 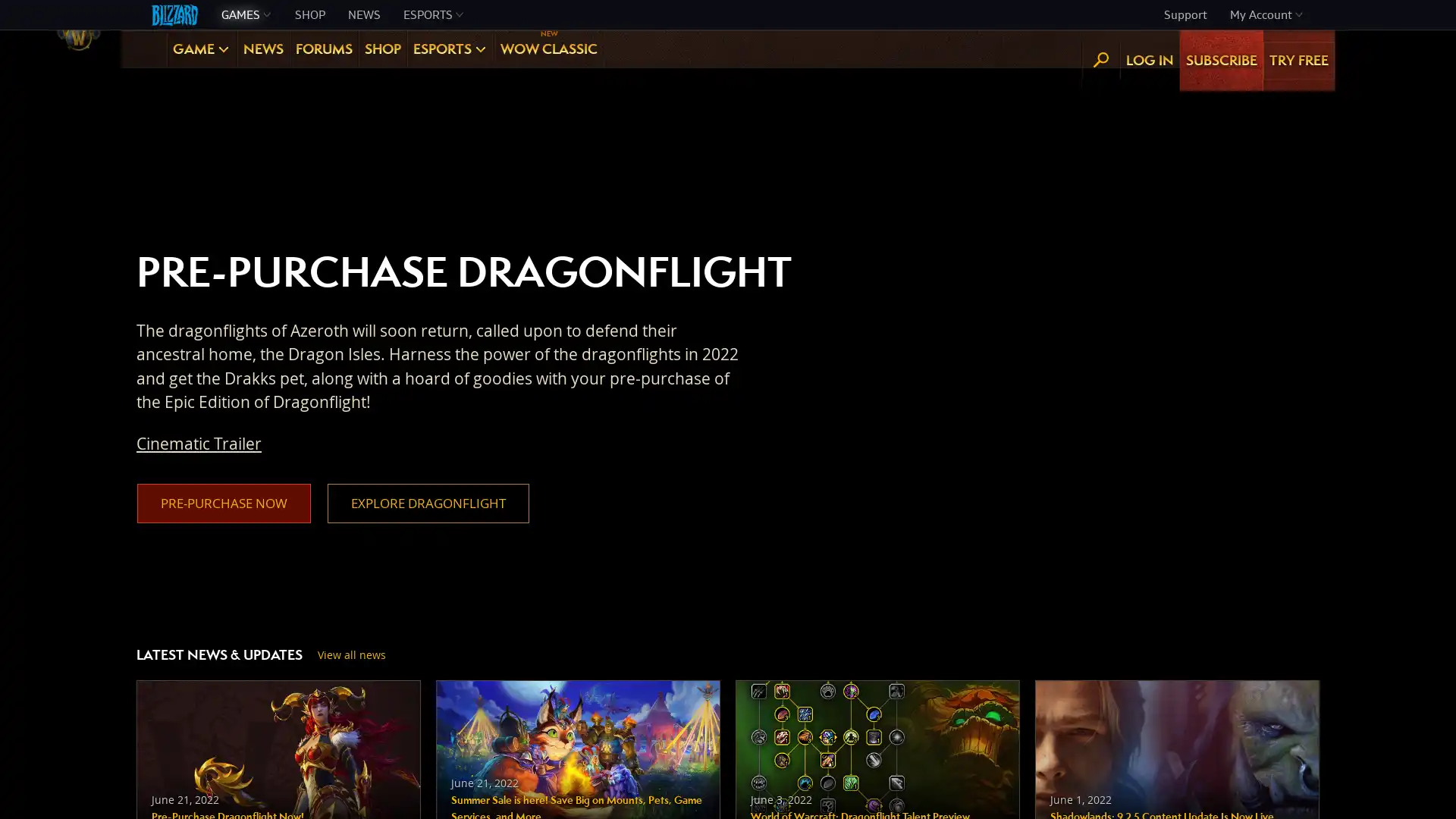 What do you see at coordinates (198, 443) in the screenshot?
I see `Cinematic Trailer` at bounding box center [198, 443].